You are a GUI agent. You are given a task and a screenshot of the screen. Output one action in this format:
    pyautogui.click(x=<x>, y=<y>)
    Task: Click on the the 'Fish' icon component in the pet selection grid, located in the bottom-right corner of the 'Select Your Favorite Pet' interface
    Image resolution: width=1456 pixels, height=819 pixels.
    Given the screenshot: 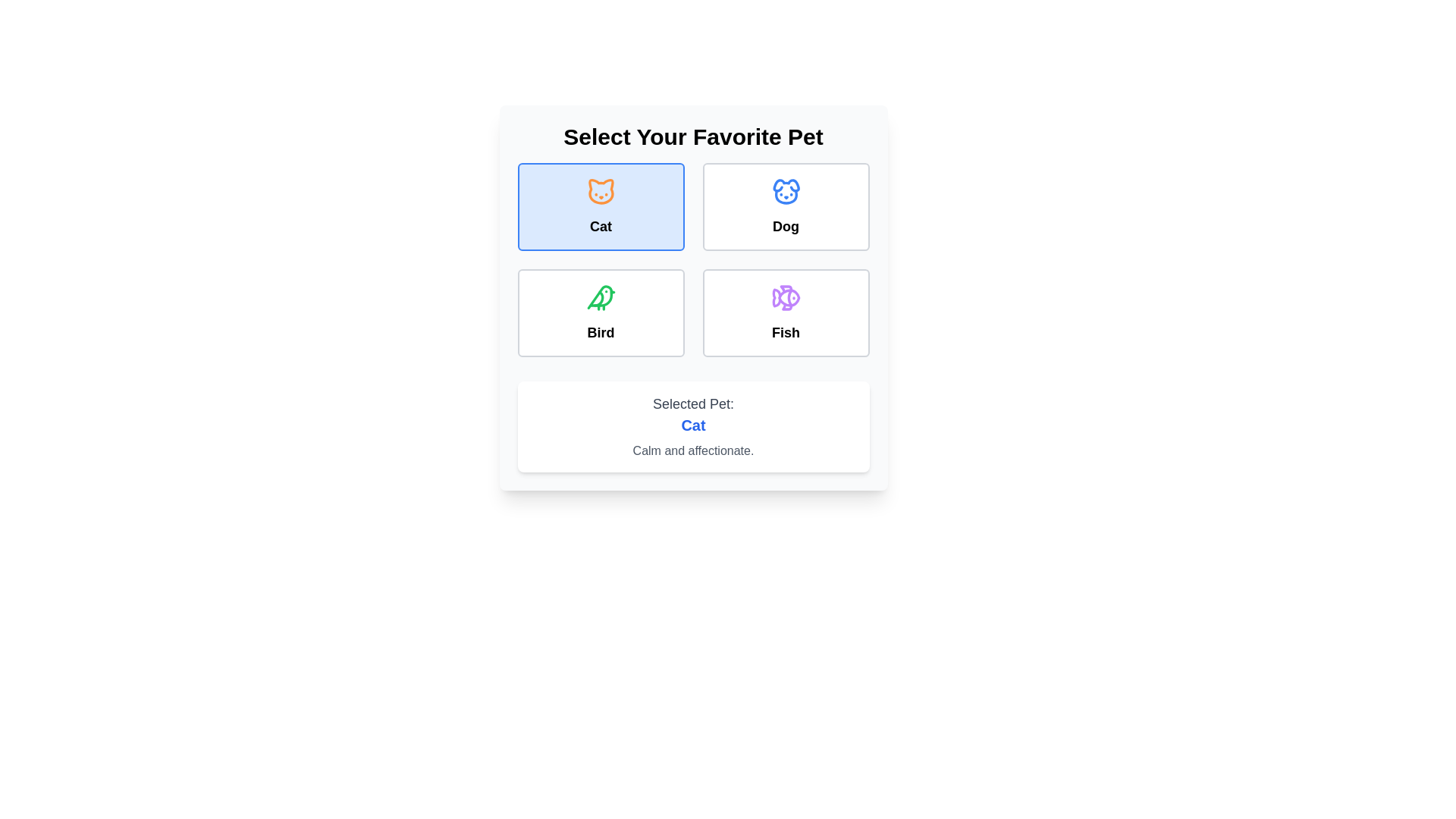 What is the action you would take?
    pyautogui.click(x=776, y=298)
    